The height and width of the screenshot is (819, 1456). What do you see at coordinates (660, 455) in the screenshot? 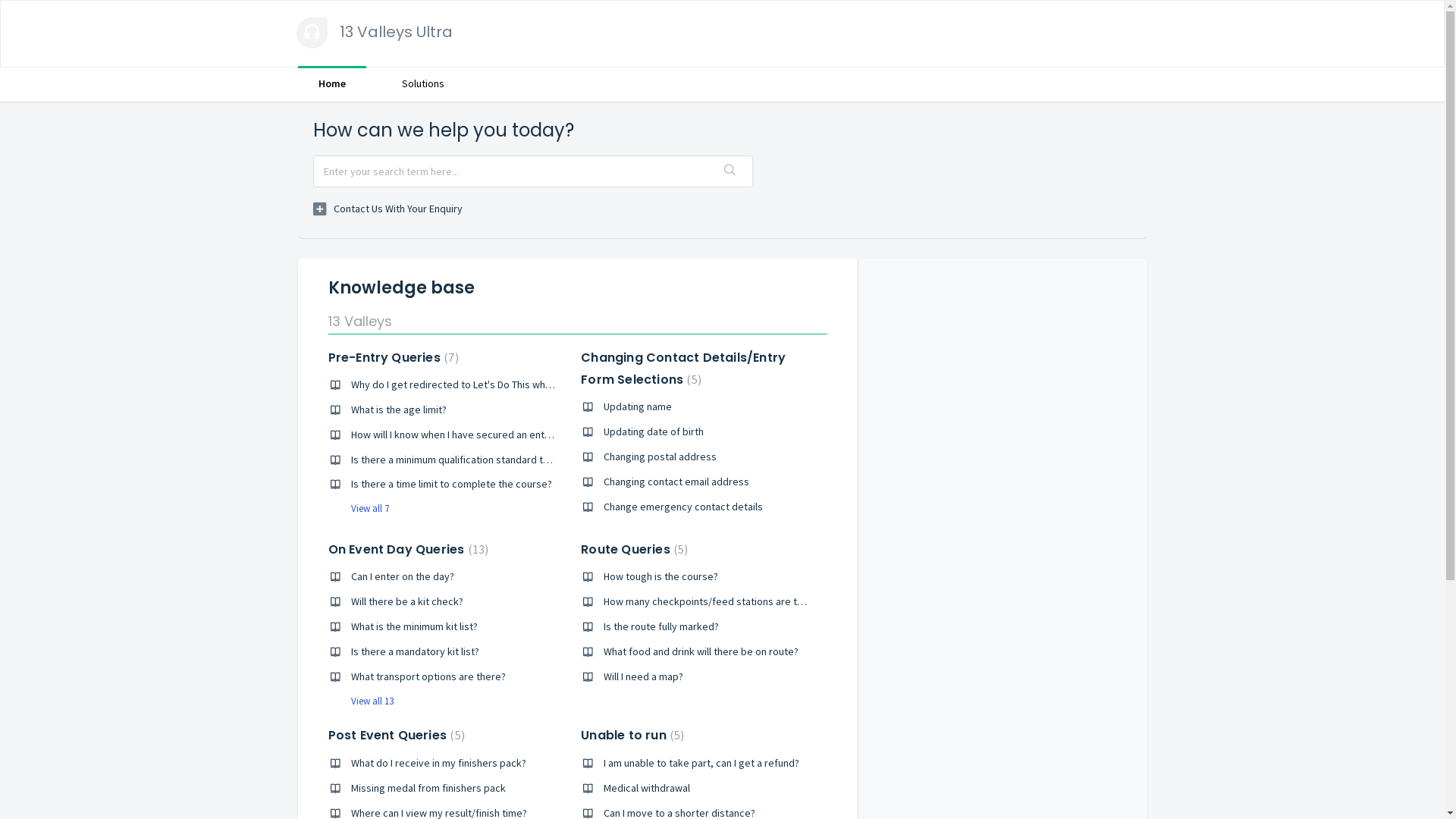
I see `'Changing postal address'` at bounding box center [660, 455].